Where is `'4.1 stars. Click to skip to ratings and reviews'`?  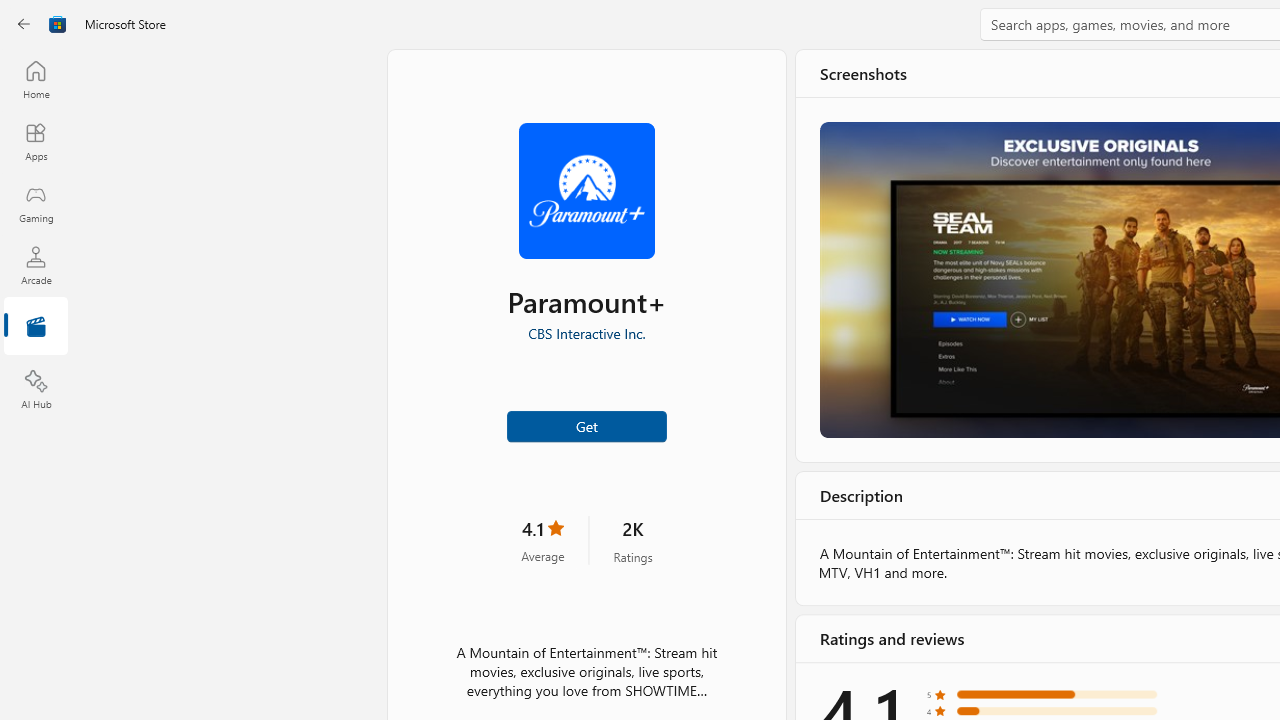 '4.1 stars. Click to skip to ratings and reviews' is located at coordinates (542, 540).